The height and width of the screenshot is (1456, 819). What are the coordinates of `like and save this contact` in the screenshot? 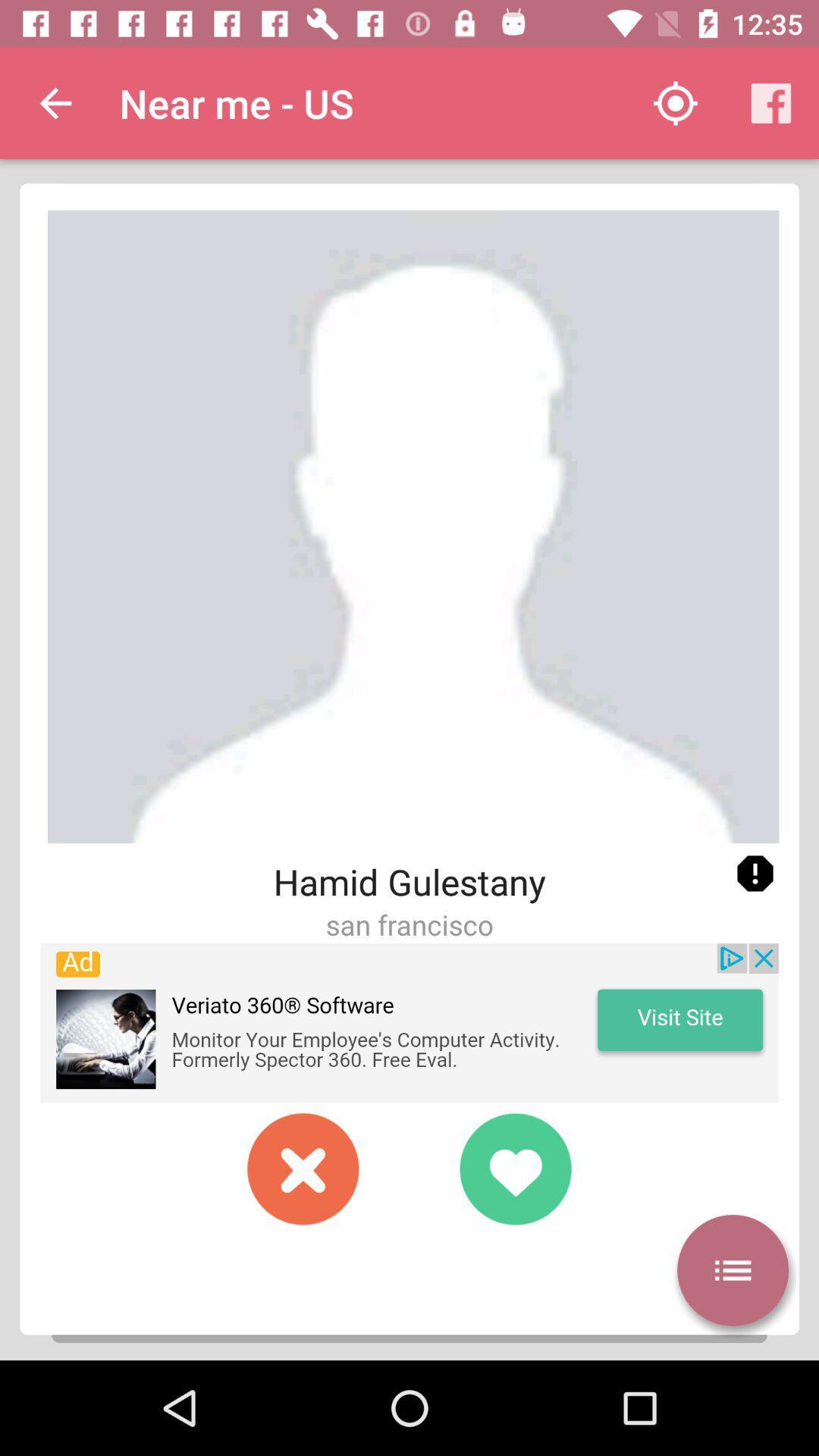 It's located at (514, 1168).